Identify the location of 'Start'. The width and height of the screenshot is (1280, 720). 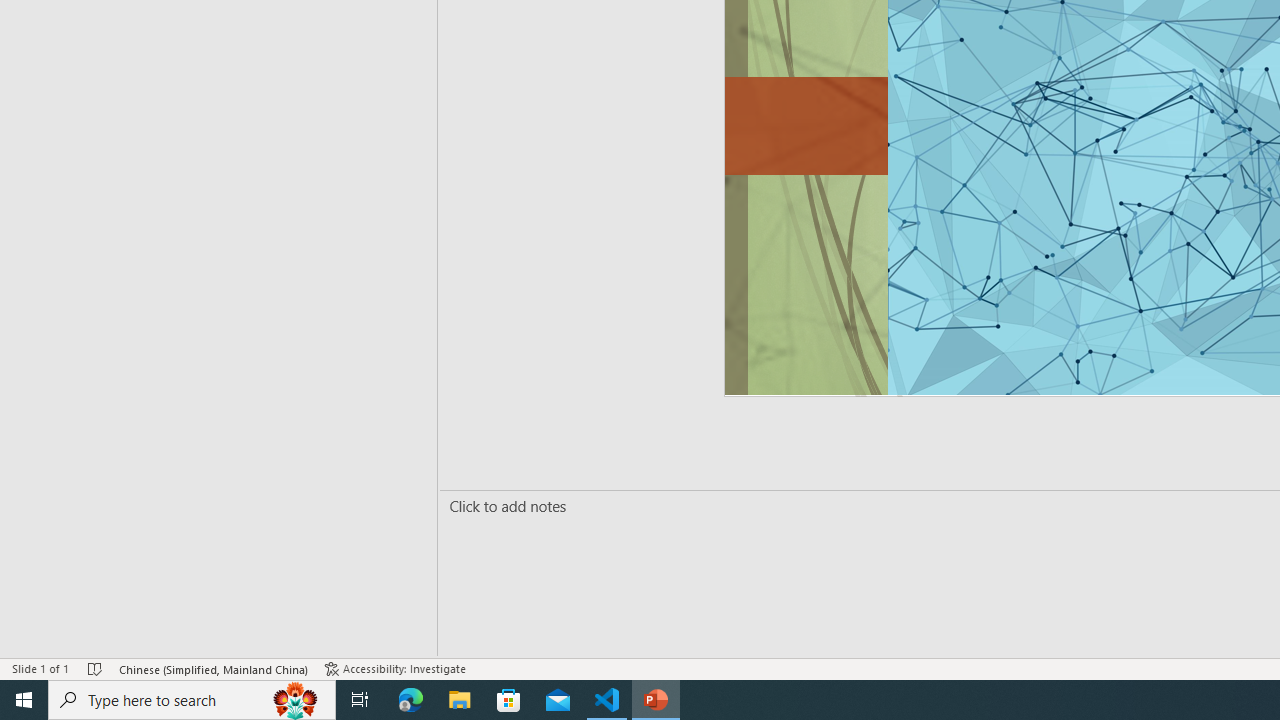
(24, 698).